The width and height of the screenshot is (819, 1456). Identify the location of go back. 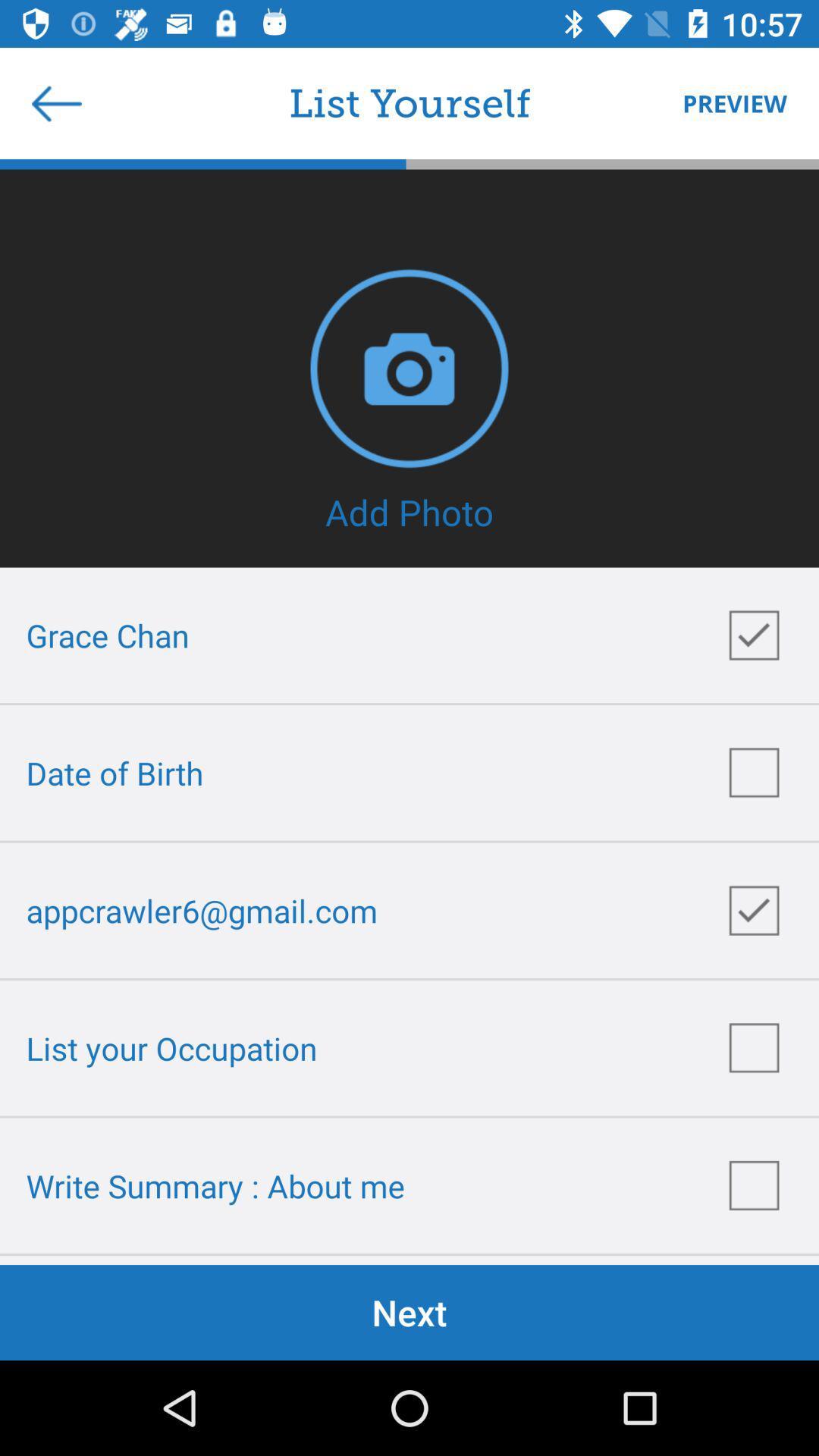
(55, 102).